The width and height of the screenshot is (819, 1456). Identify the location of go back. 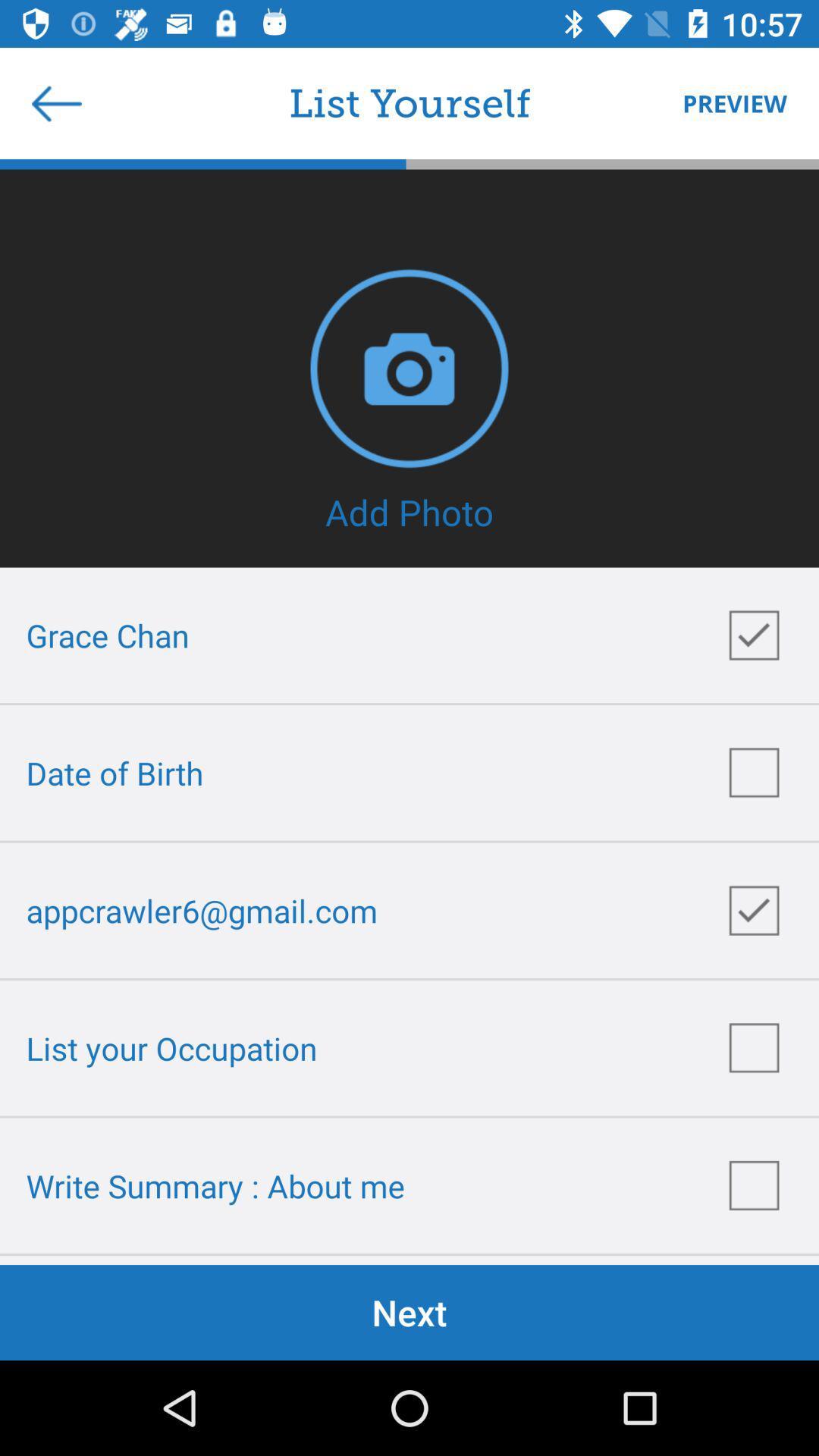
(55, 102).